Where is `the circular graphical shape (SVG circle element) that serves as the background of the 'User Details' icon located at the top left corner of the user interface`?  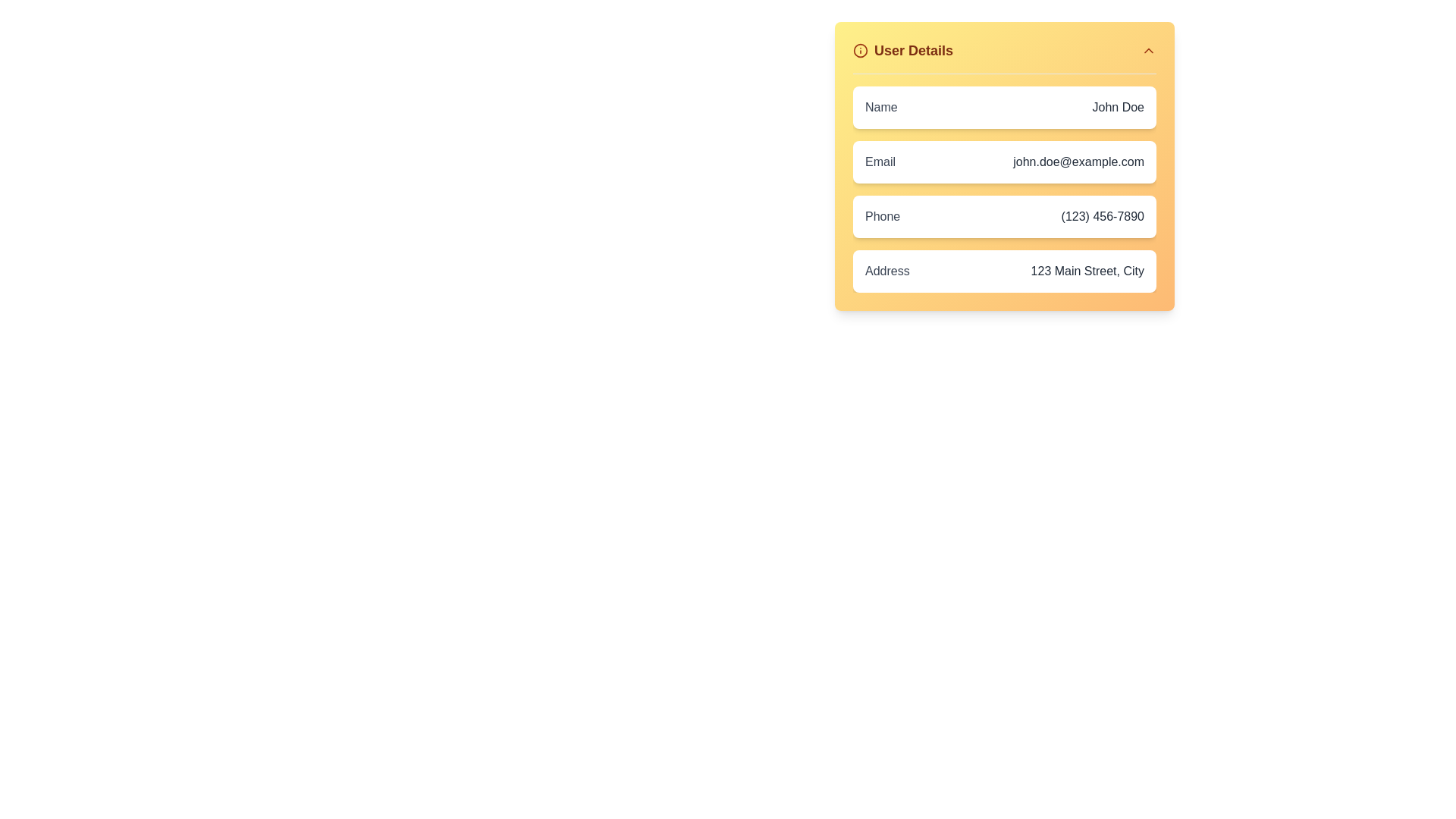
the circular graphical shape (SVG circle element) that serves as the background of the 'User Details' icon located at the top left corner of the user interface is located at coordinates (860, 49).